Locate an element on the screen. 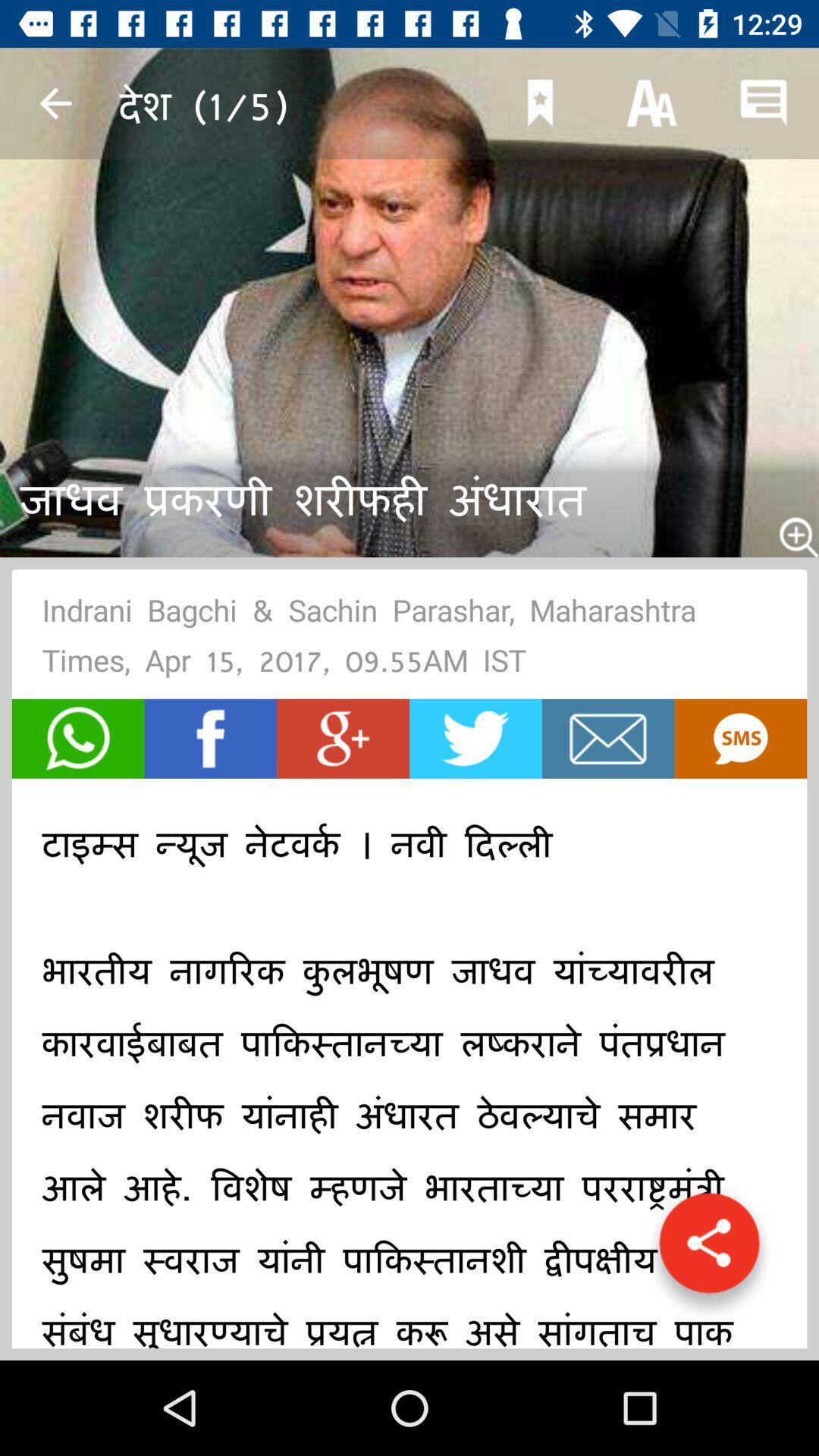 The height and width of the screenshot is (1456, 819). email the story is located at coordinates (607, 739).